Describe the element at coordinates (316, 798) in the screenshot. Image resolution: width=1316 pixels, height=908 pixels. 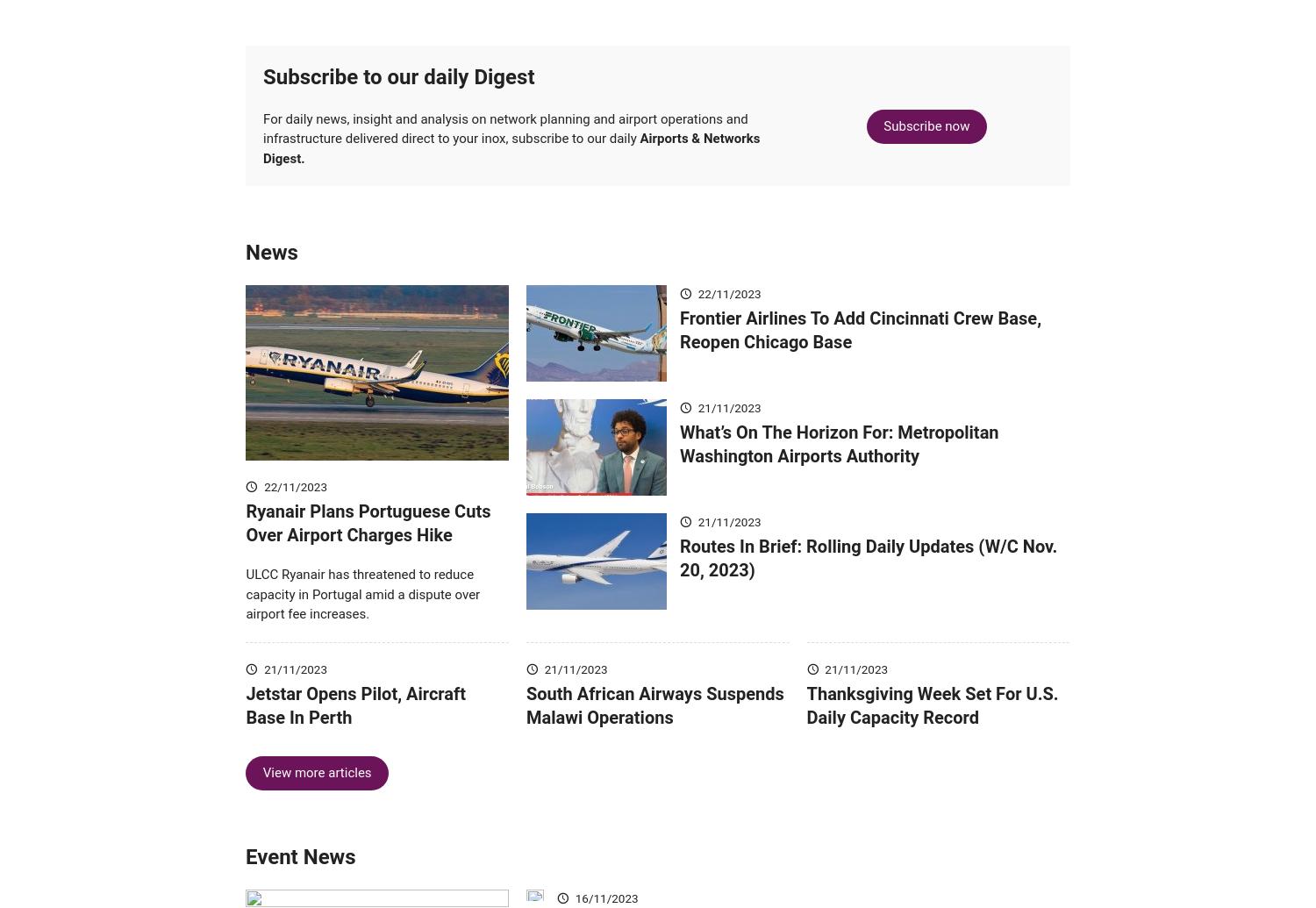
I see `'View more articles'` at that location.